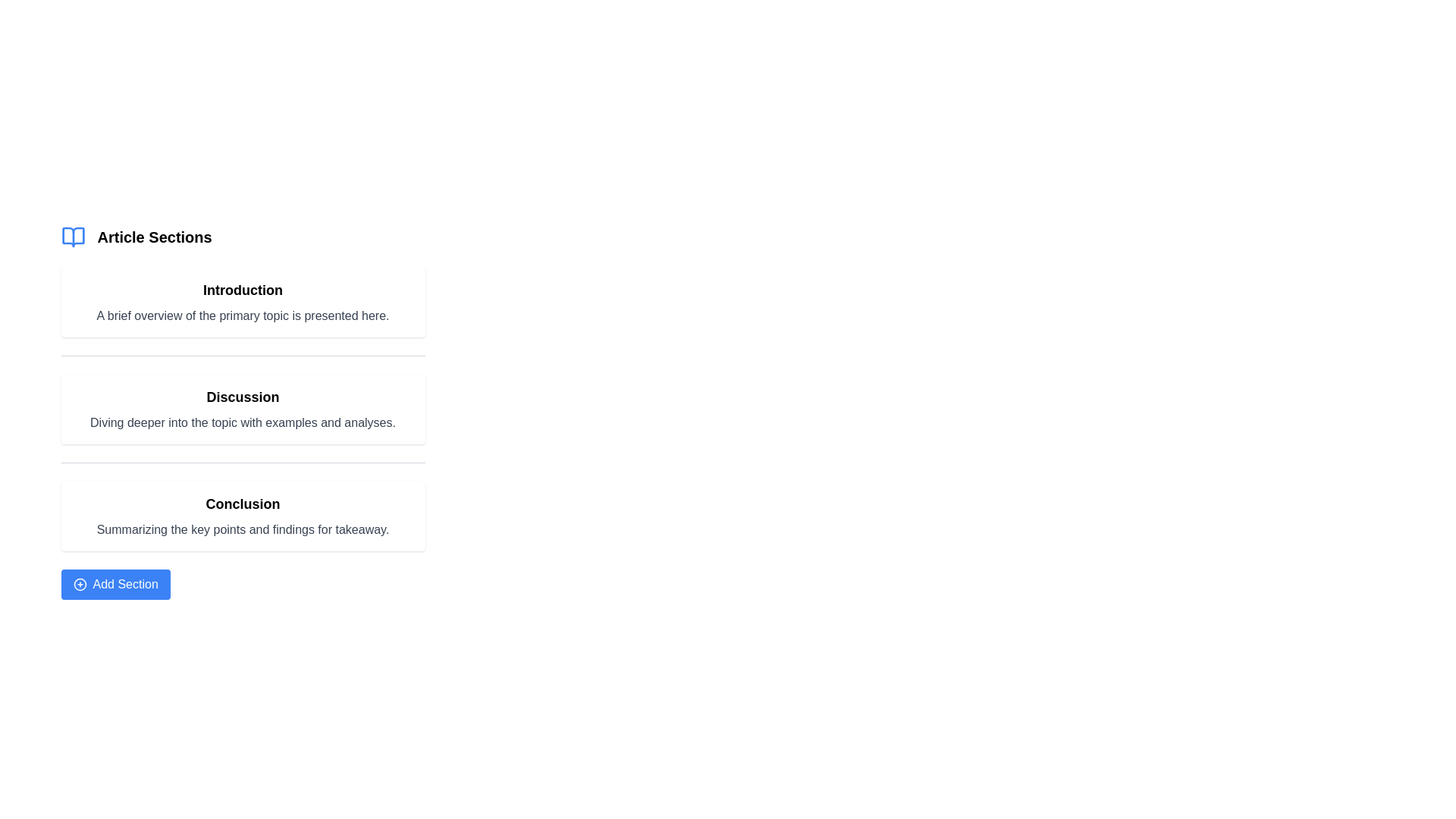 The height and width of the screenshot is (819, 1456). Describe the element at coordinates (79, 584) in the screenshot. I see `the addition icon located to the left of the 'Add Section' text within the blue button at the bottom-left corner of the interface` at that location.